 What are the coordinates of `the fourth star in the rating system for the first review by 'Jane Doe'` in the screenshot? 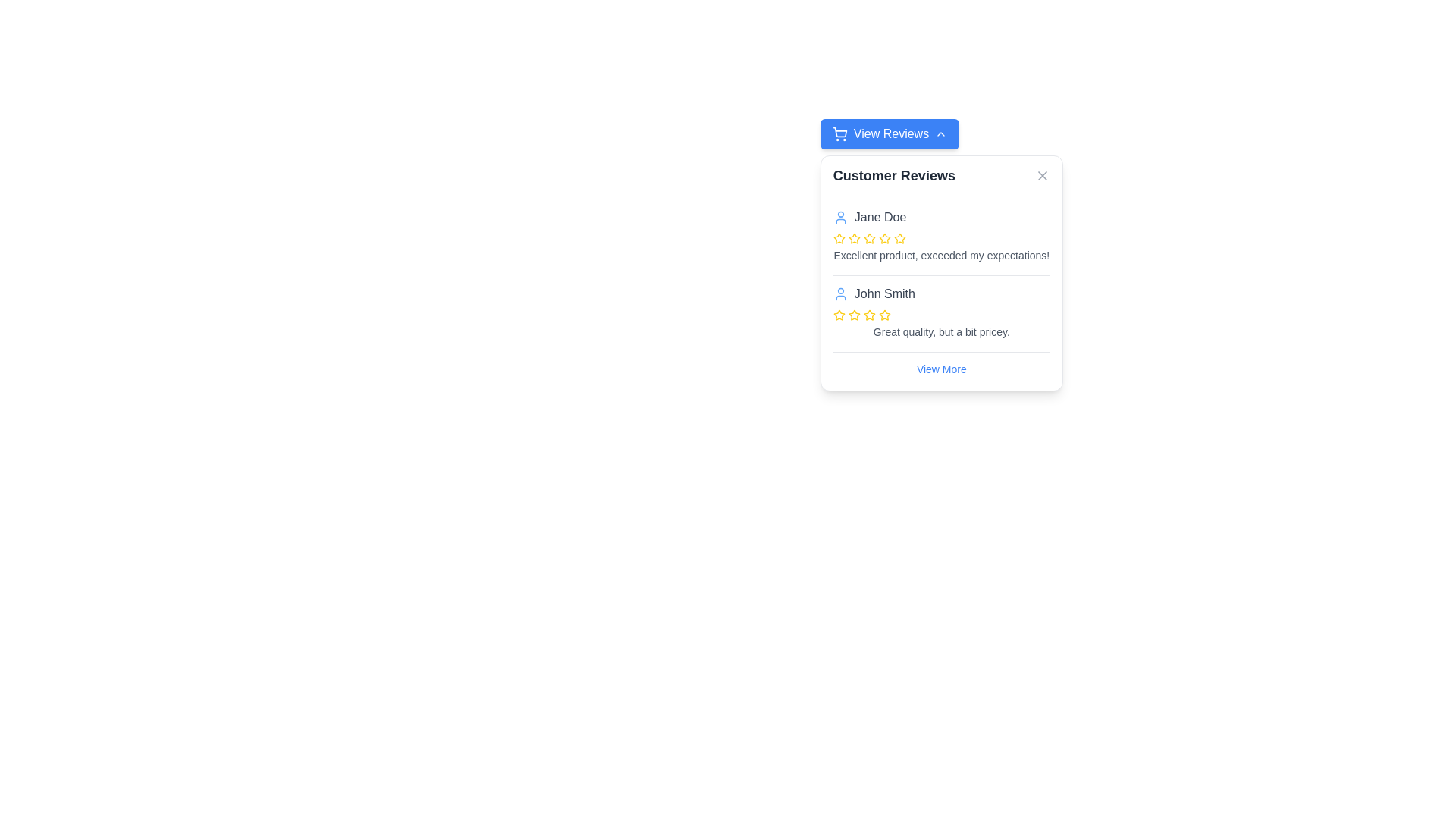 It's located at (899, 238).